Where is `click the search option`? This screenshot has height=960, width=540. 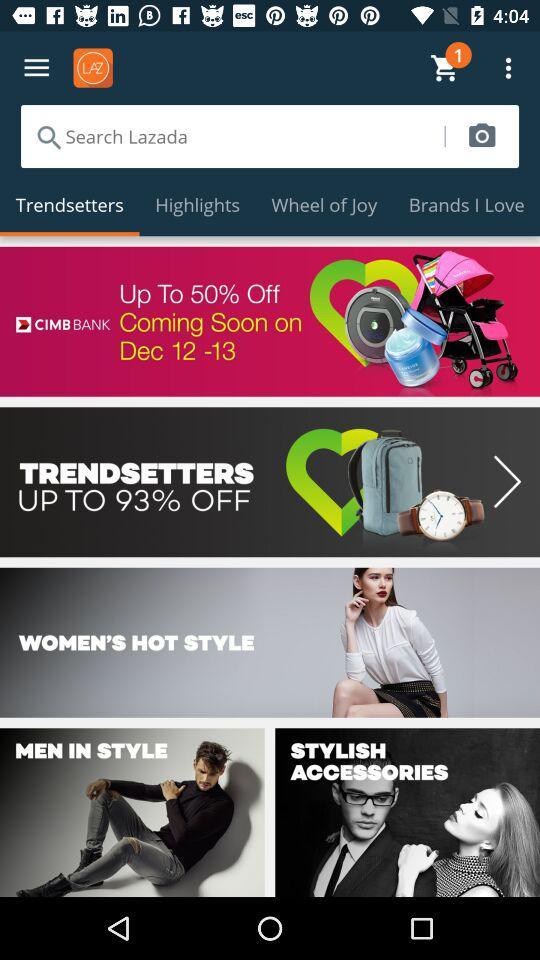 click the search option is located at coordinates (231, 135).